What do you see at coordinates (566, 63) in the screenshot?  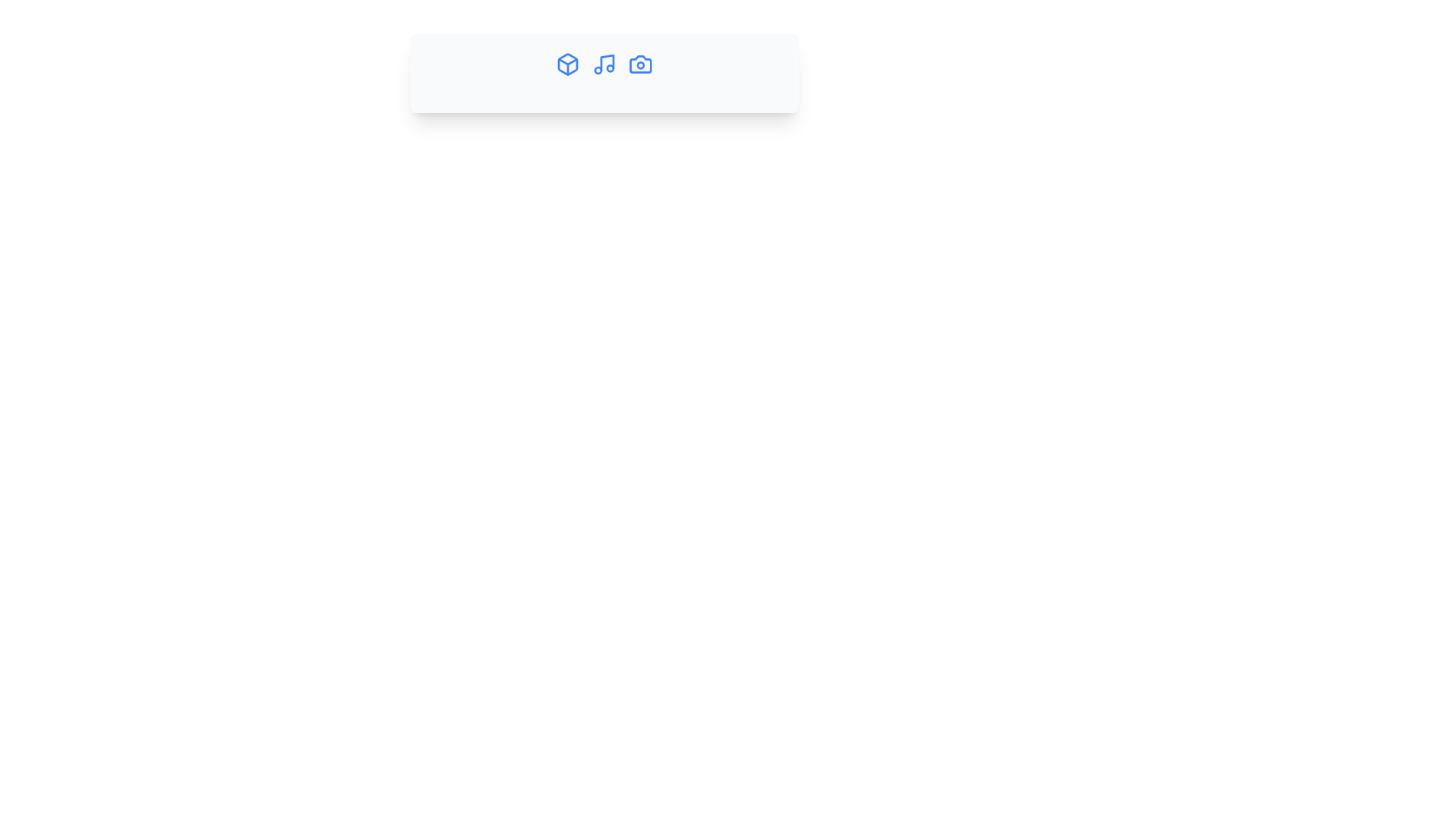 I see `the first icon from the left in the menu bar that represents a box or 3D object concept` at bounding box center [566, 63].